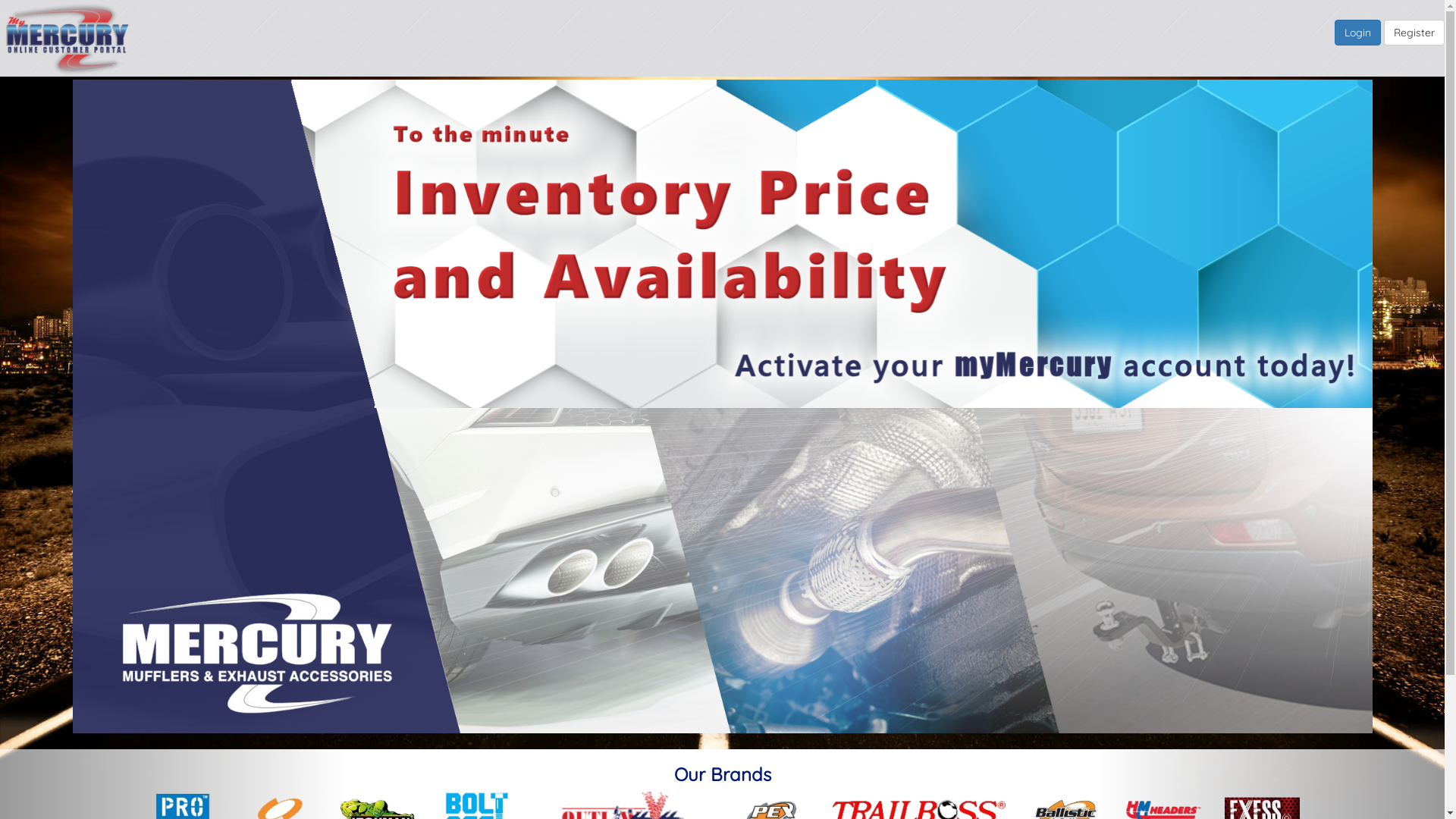 This screenshot has height=819, width=1456. What do you see at coordinates (1357, 32) in the screenshot?
I see `'Login'` at bounding box center [1357, 32].